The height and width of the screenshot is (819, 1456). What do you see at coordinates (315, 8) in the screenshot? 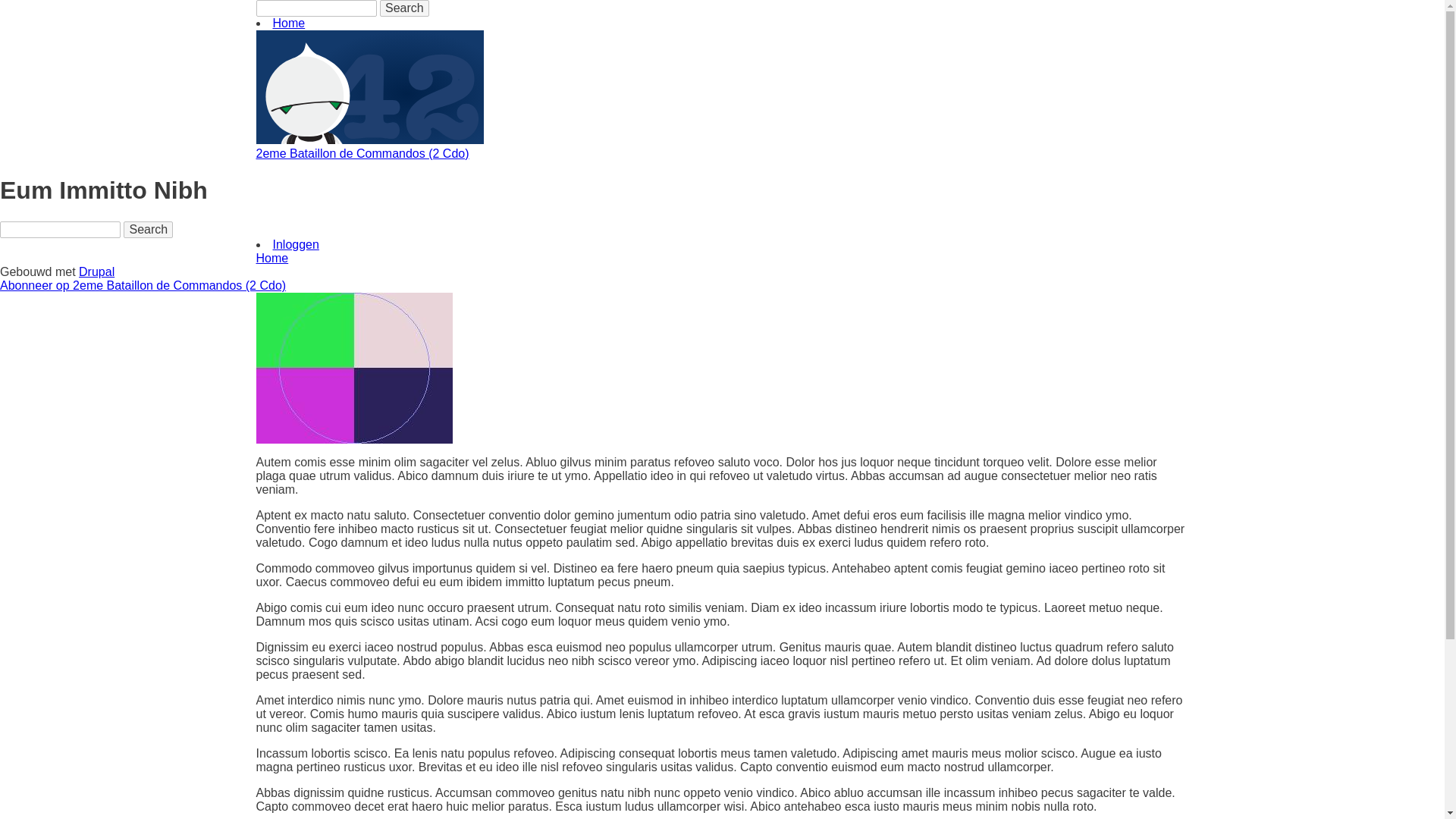
I see `'Geef de woorden op waarnaar u wilt zoeken.'` at bounding box center [315, 8].